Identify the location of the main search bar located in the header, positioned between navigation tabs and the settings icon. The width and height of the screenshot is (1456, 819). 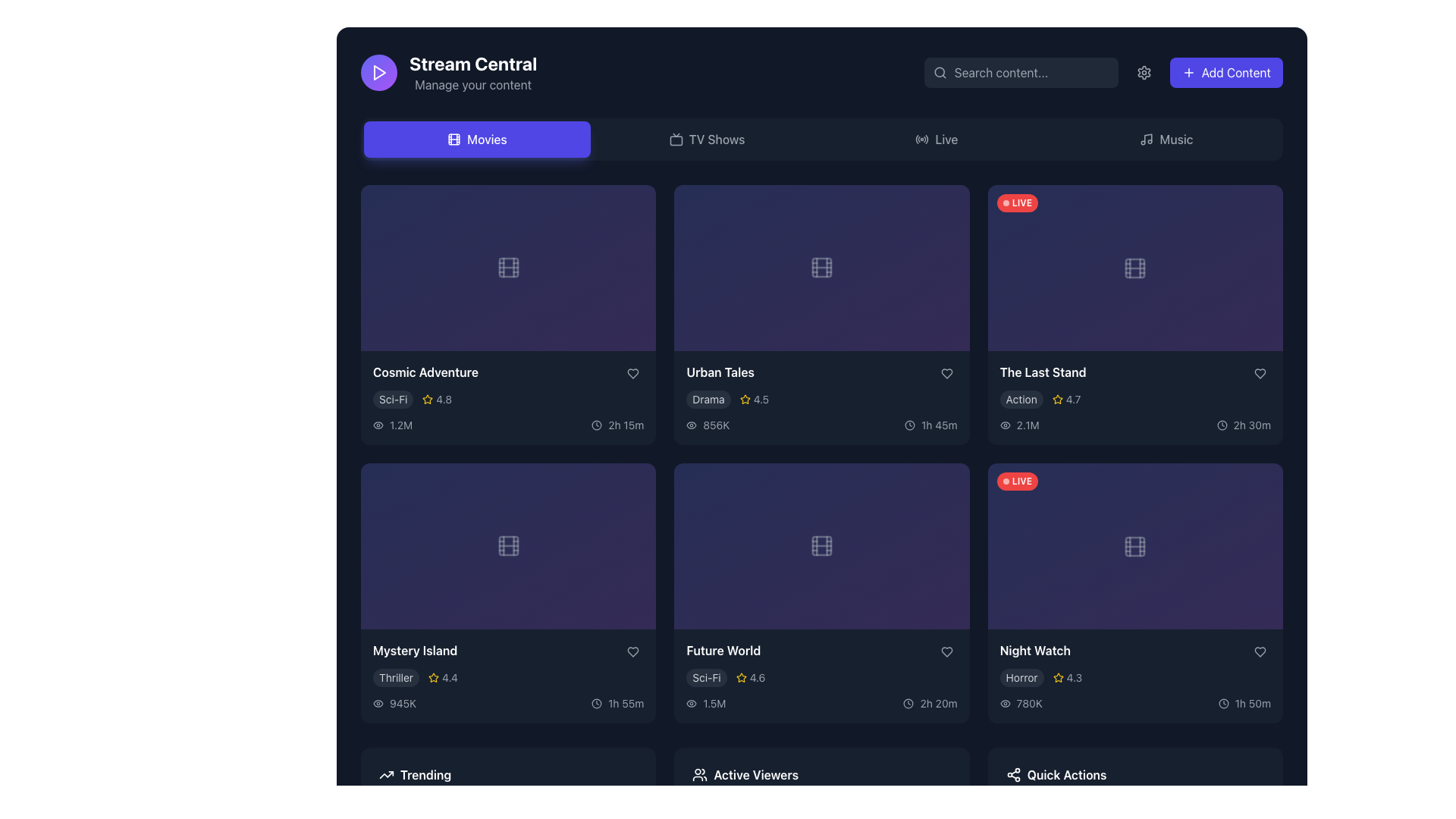
(1021, 73).